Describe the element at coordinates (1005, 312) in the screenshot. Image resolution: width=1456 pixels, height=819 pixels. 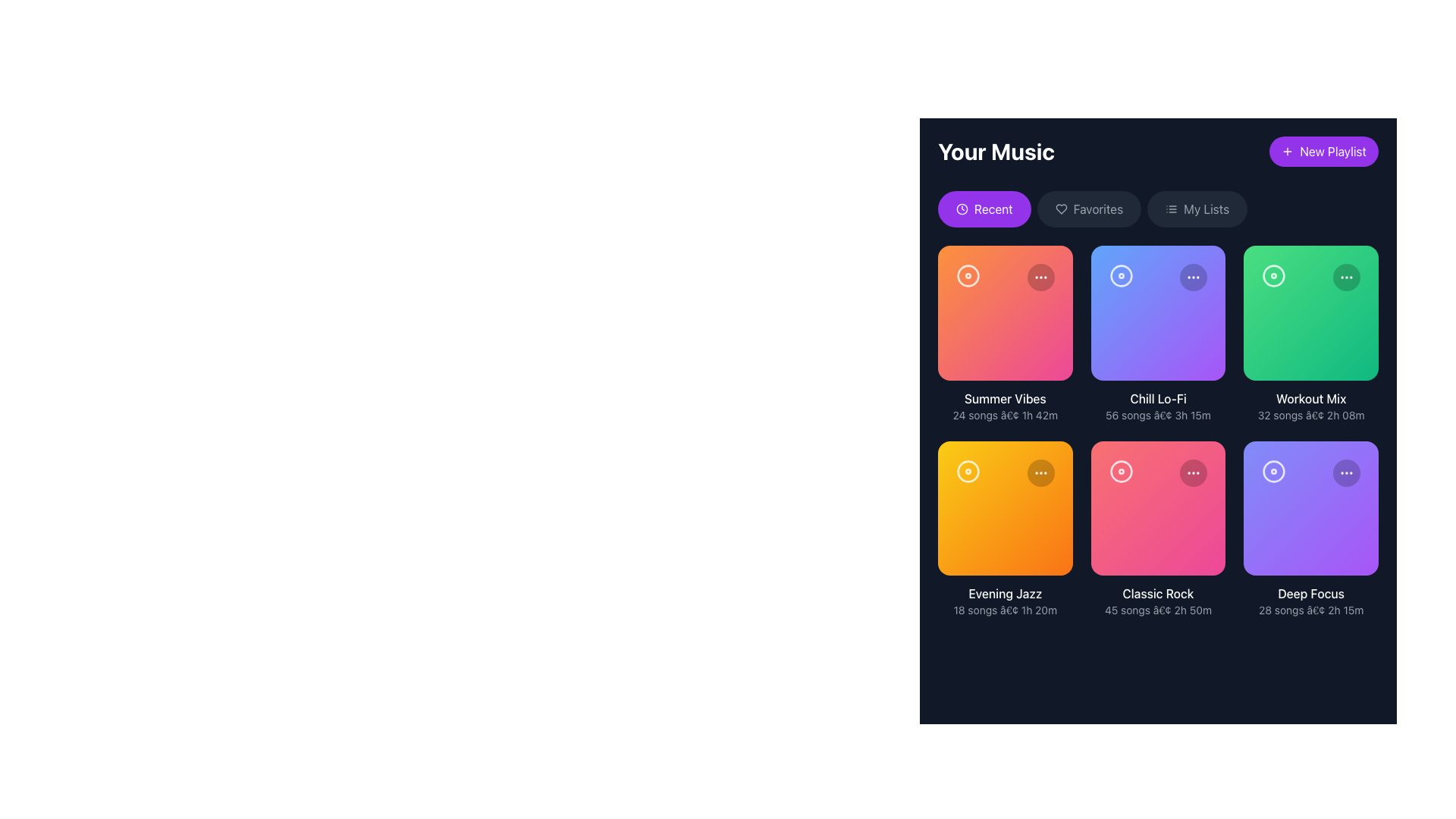
I see `the 'Summer Vibes' card, which is the first item` at that location.